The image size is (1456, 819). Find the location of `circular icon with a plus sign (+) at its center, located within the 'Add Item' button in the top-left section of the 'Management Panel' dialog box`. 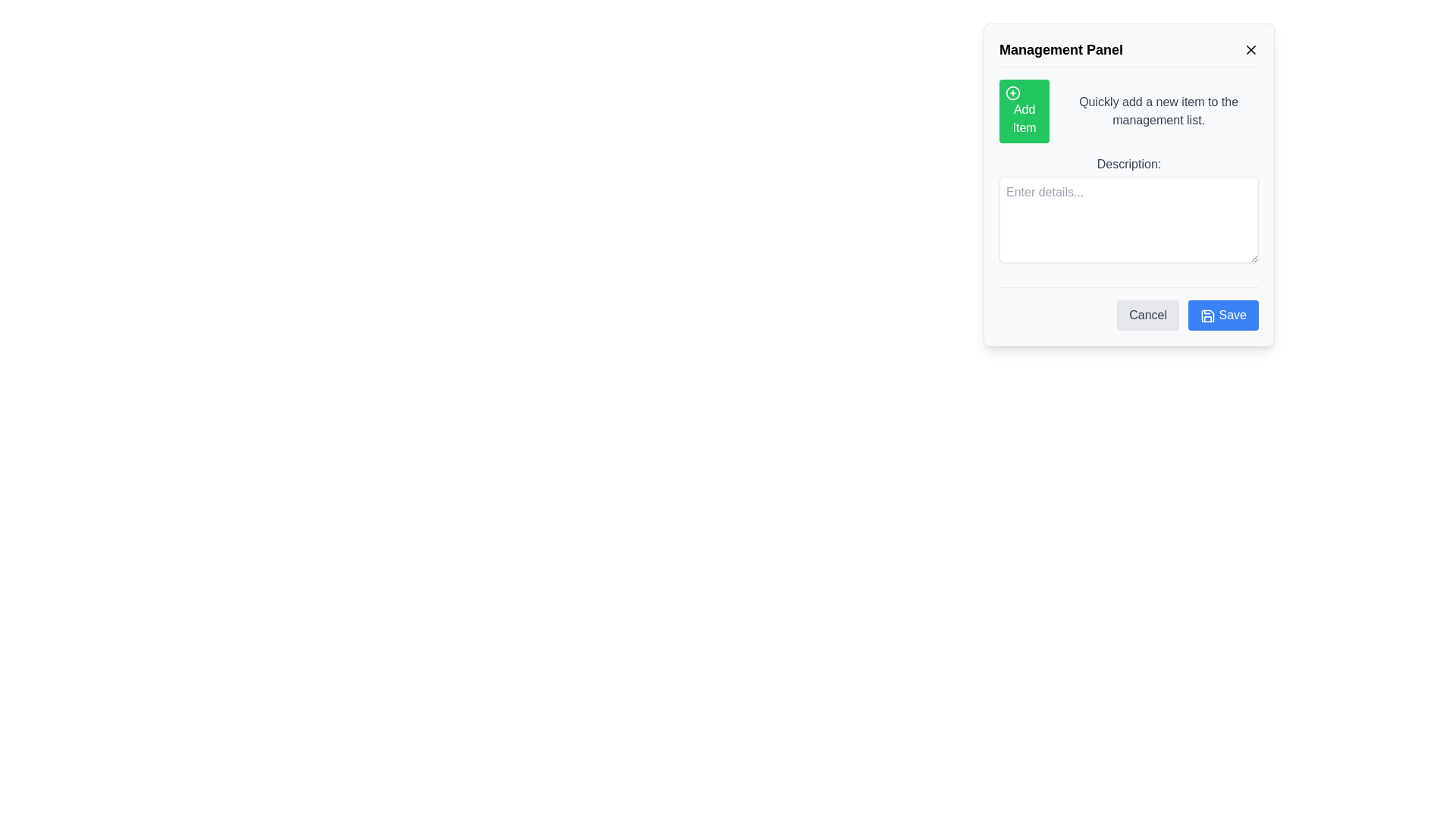

circular icon with a plus sign (+) at its center, located within the 'Add Item' button in the top-left section of the 'Management Panel' dialog box is located at coordinates (1012, 93).